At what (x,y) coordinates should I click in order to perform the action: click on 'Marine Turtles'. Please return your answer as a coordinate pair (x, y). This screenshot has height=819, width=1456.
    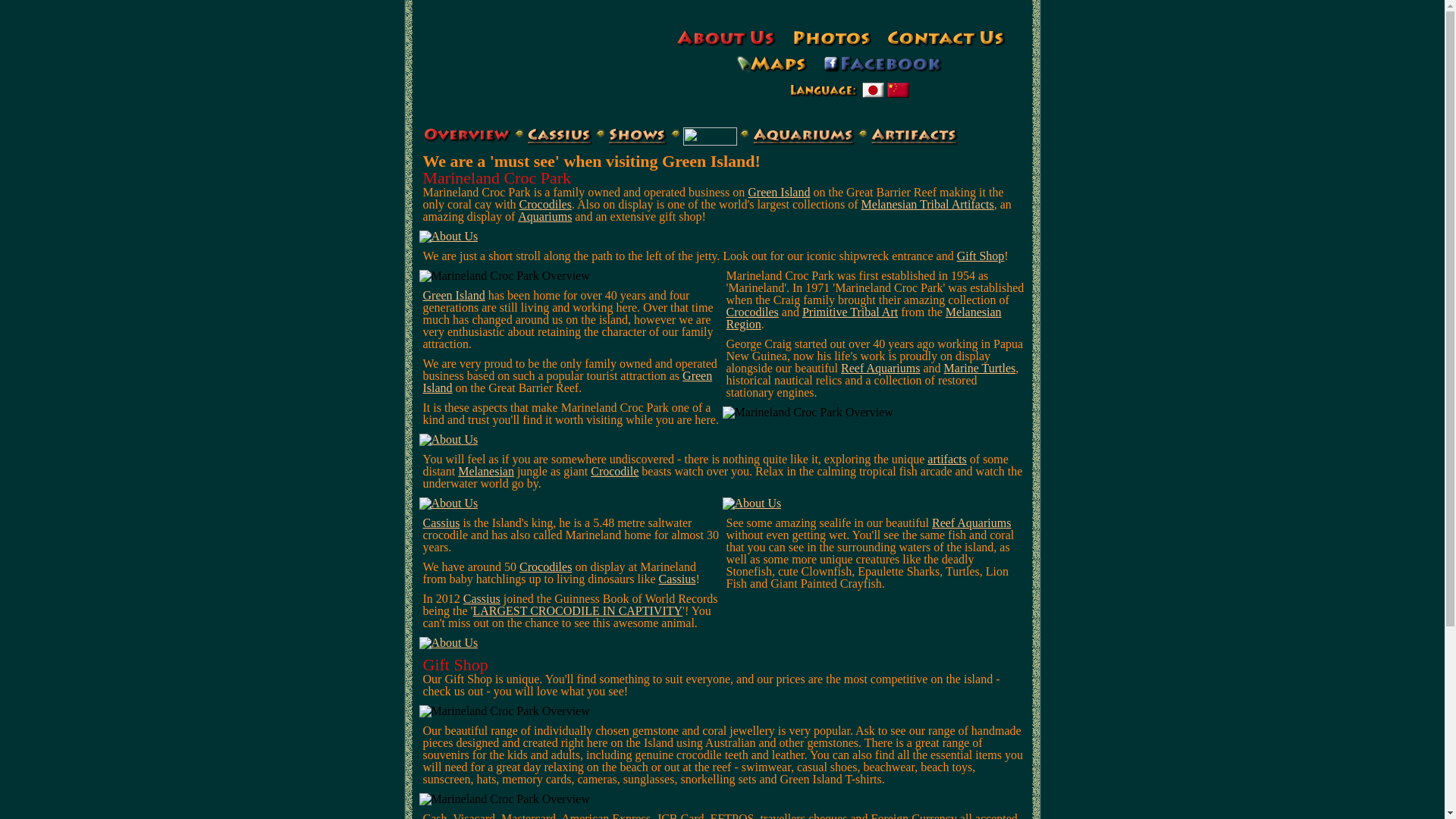
    Looking at the image, I should click on (980, 368).